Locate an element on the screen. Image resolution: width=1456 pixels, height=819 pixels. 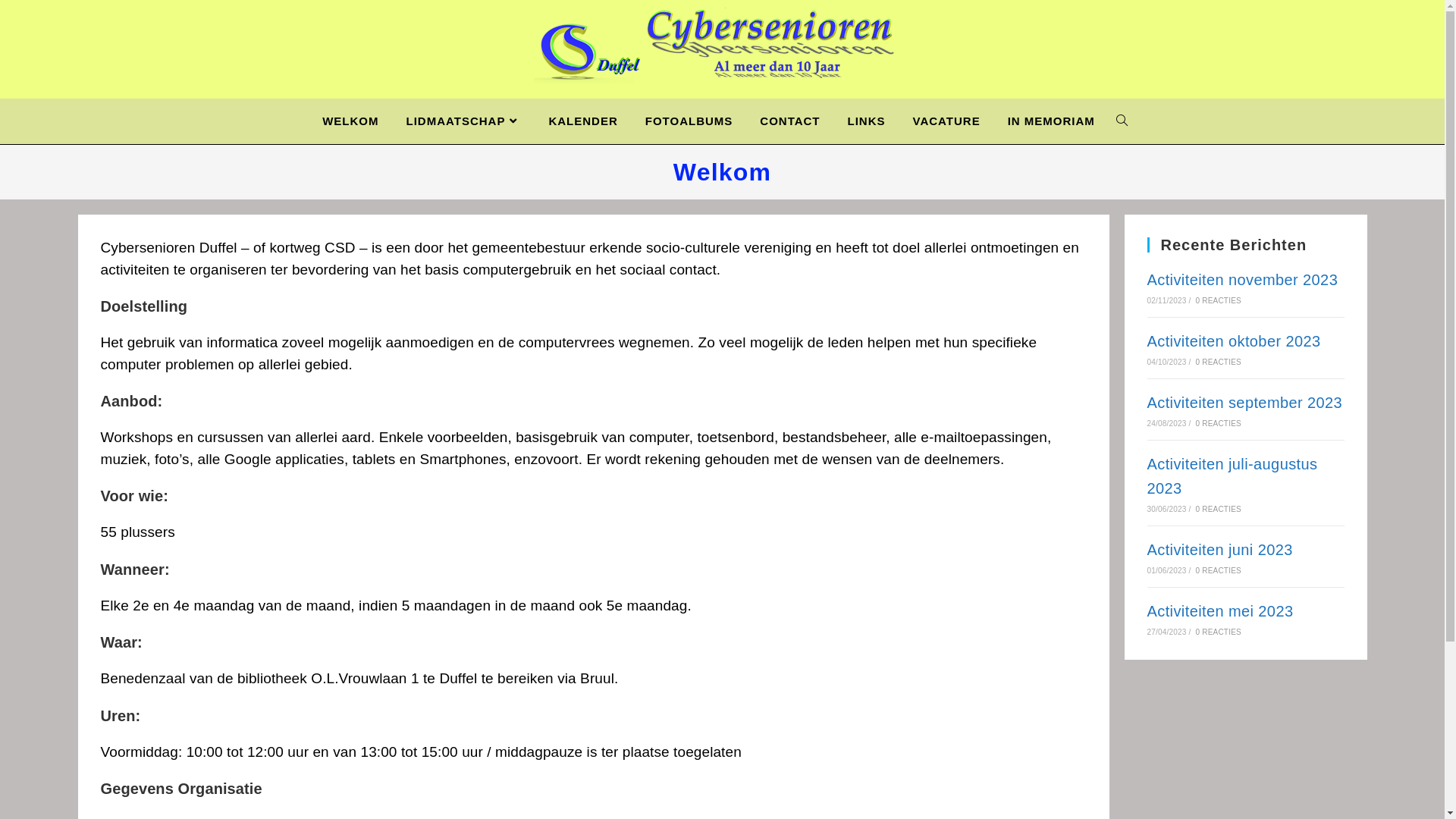
'VACATURE' is located at coordinates (946, 120).